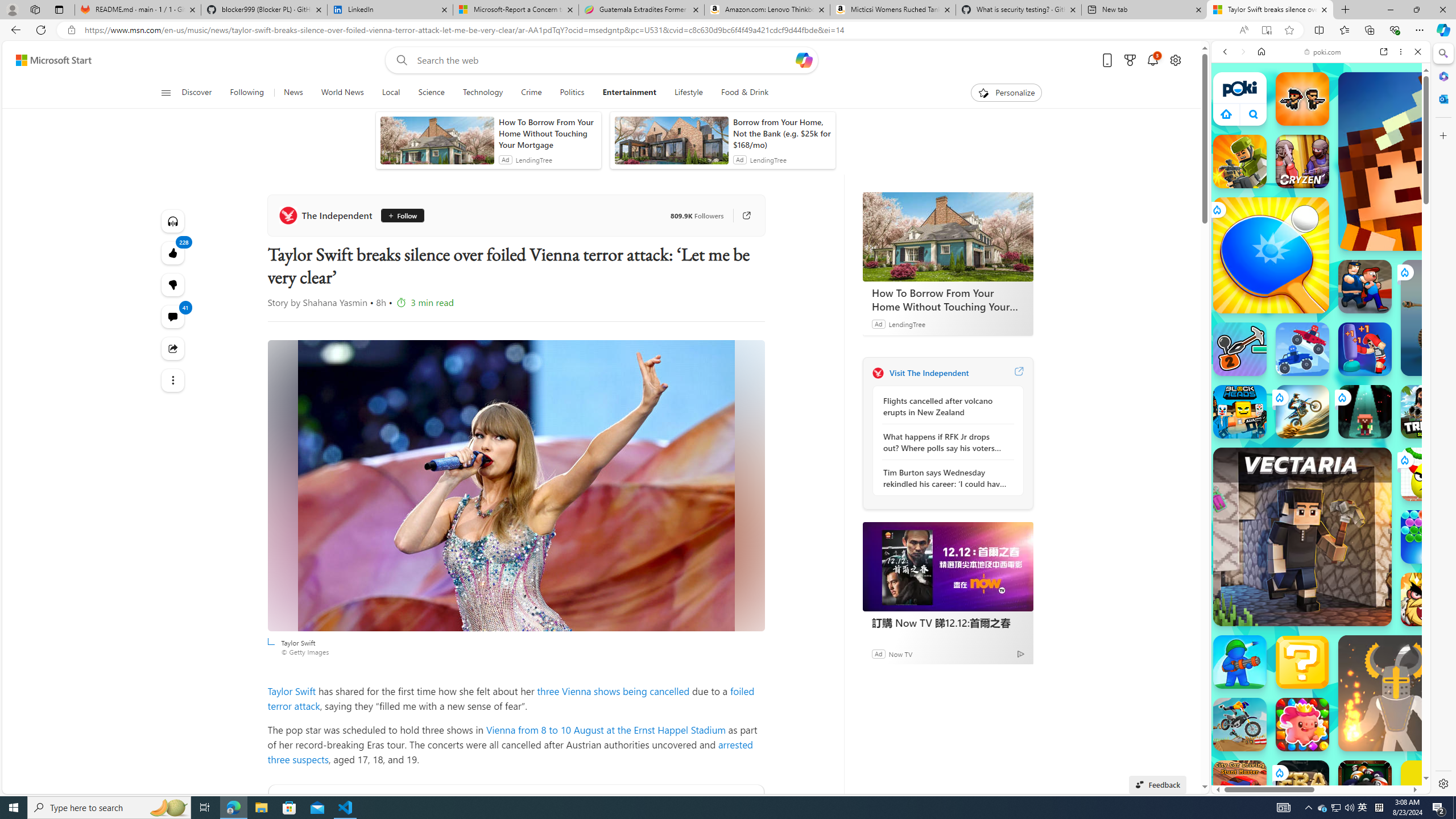 The width and height of the screenshot is (1456, 819). Describe the element at coordinates (1301, 161) in the screenshot. I see `'Cryzen.io Cryzen.io'` at that location.